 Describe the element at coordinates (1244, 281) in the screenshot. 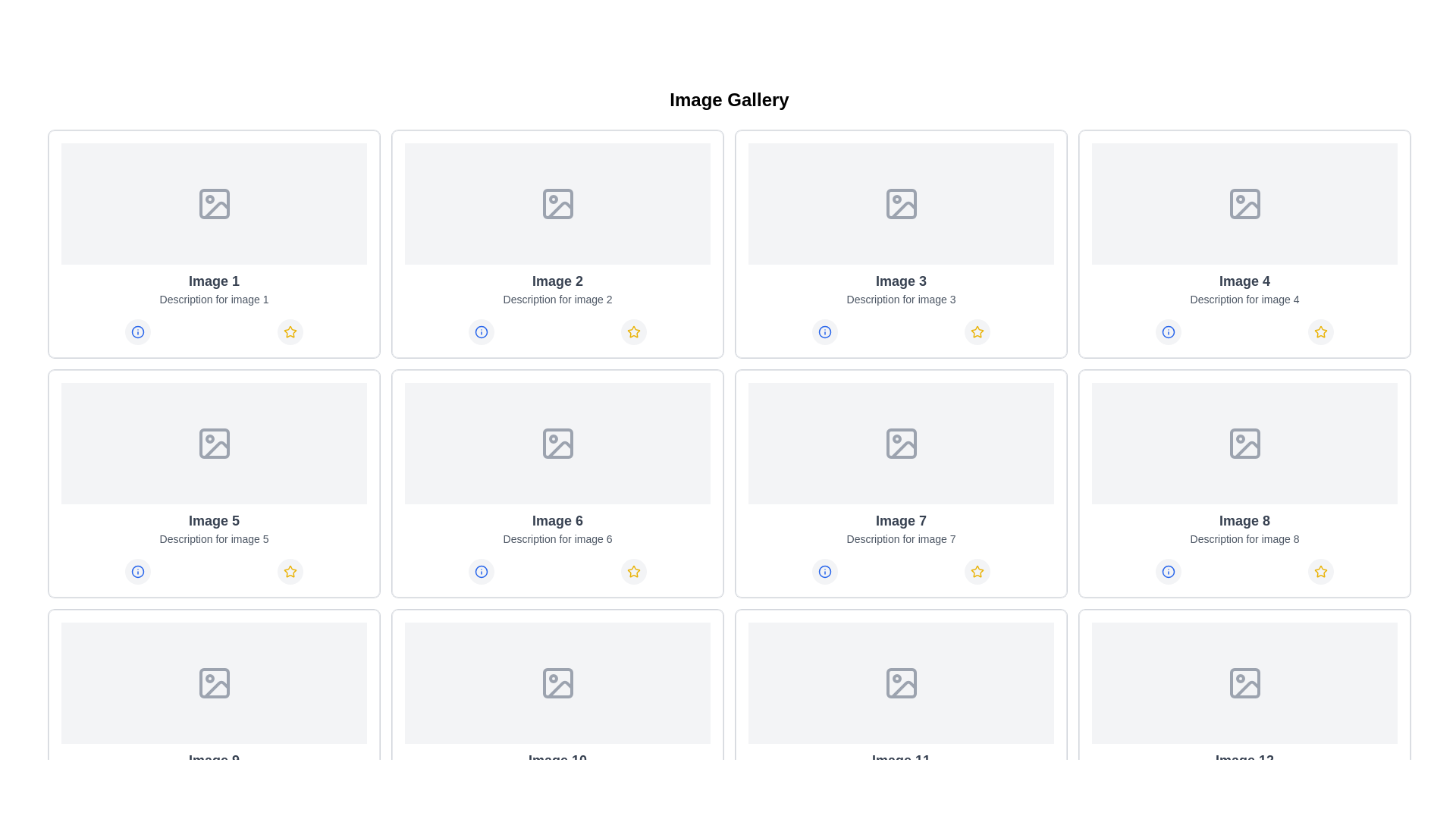

I see `text from the label that says 'Image 4', which is located in the fourth card from the left in the top row of a horizontally aligned grid structure, below the image placeholder` at that location.